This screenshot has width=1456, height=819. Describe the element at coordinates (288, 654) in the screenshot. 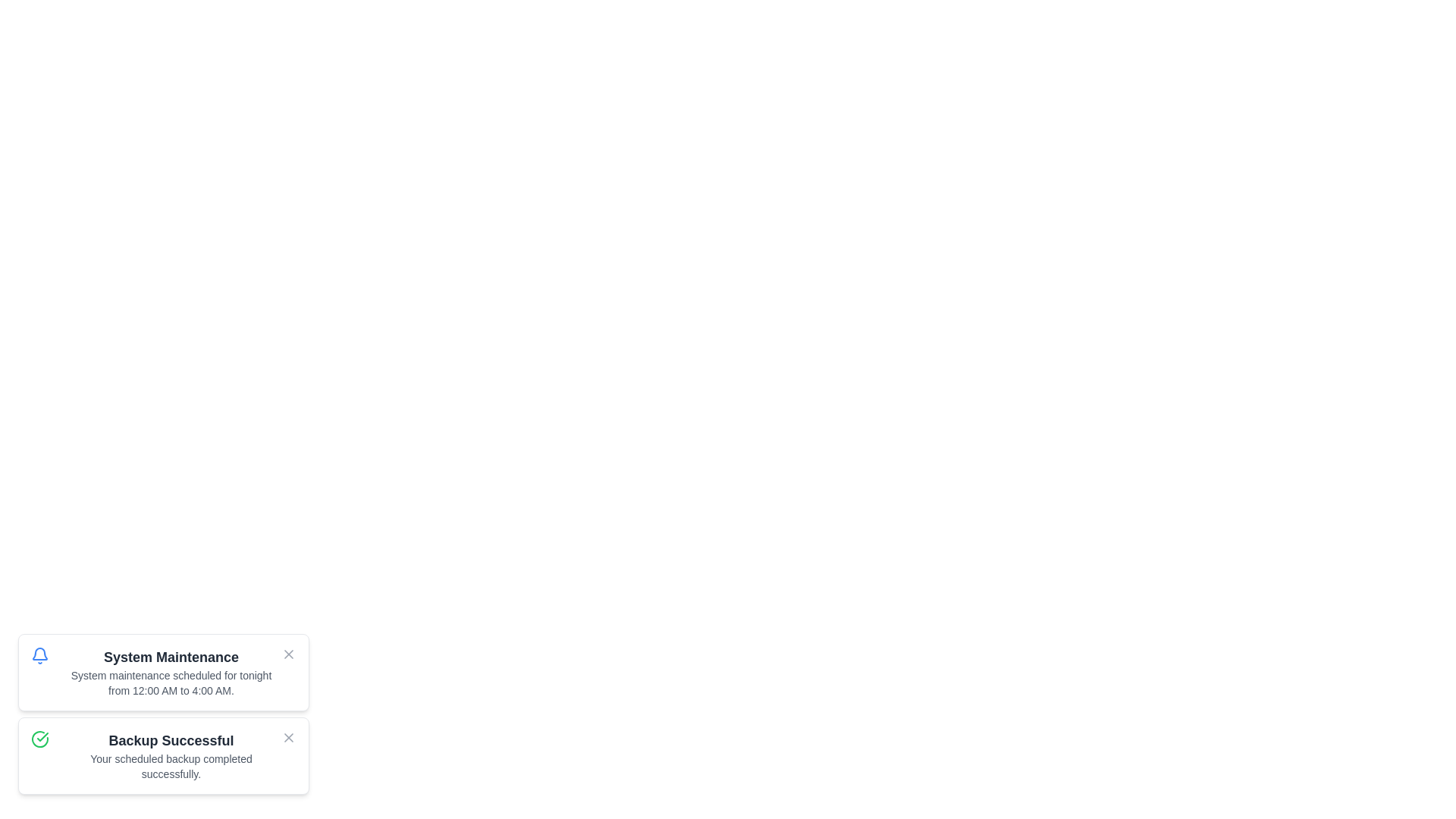

I see `the 'X' icon in the top-right corner of the 'System Maintenance' notification, which signifies a close or remove action` at that location.